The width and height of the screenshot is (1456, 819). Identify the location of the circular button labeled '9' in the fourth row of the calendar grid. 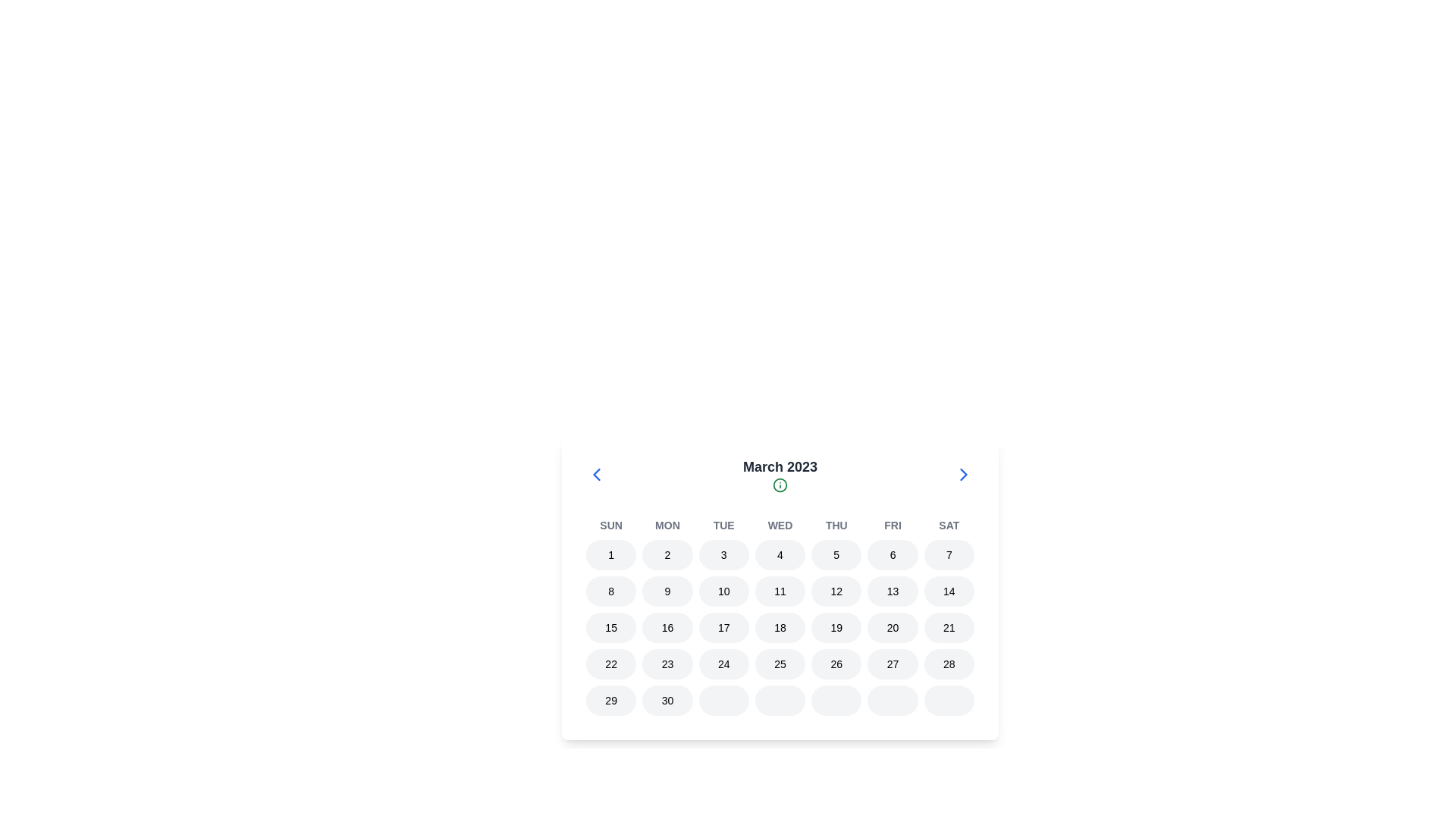
(667, 590).